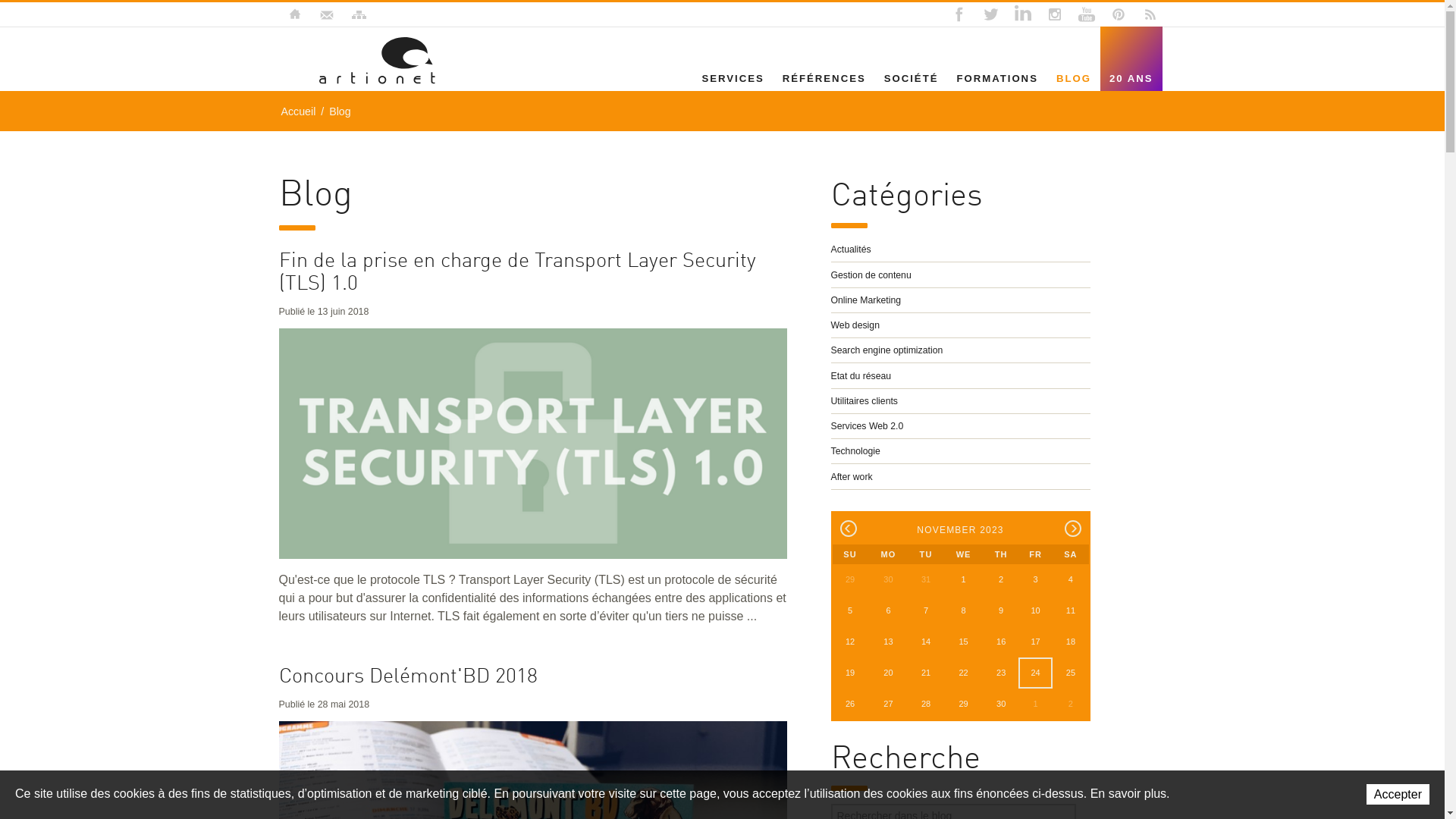 The image size is (1456, 819). What do you see at coordinates (960, 400) in the screenshot?
I see `'Utilitaires clients'` at bounding box center [960, 400].